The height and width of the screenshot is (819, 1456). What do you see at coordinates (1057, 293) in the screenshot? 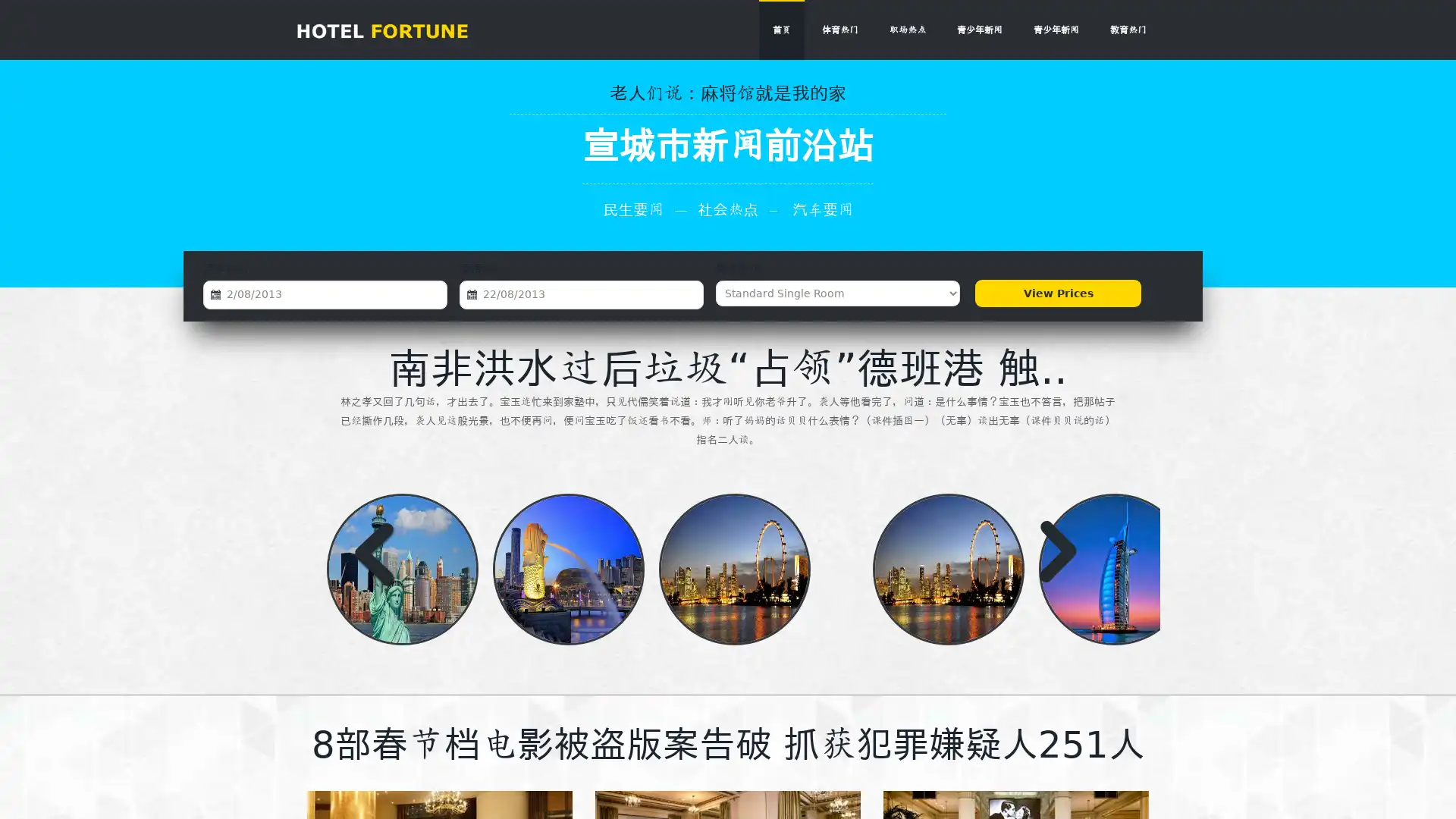
I see `View Prices` at bounding box center [1057, 293].